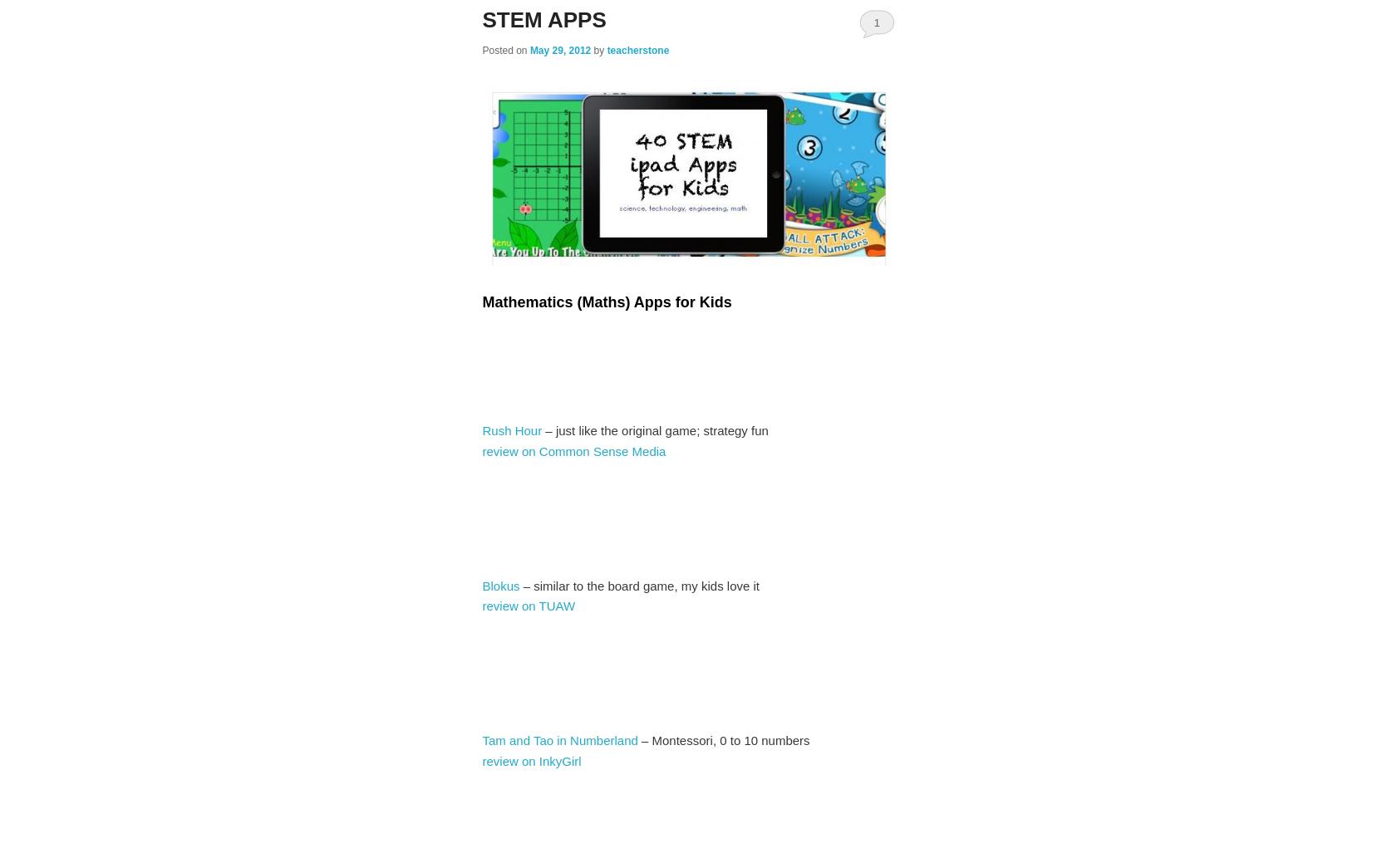 This screenshot has width=1377, height=868. I want to click on 'Posted on', so click(505, 51).